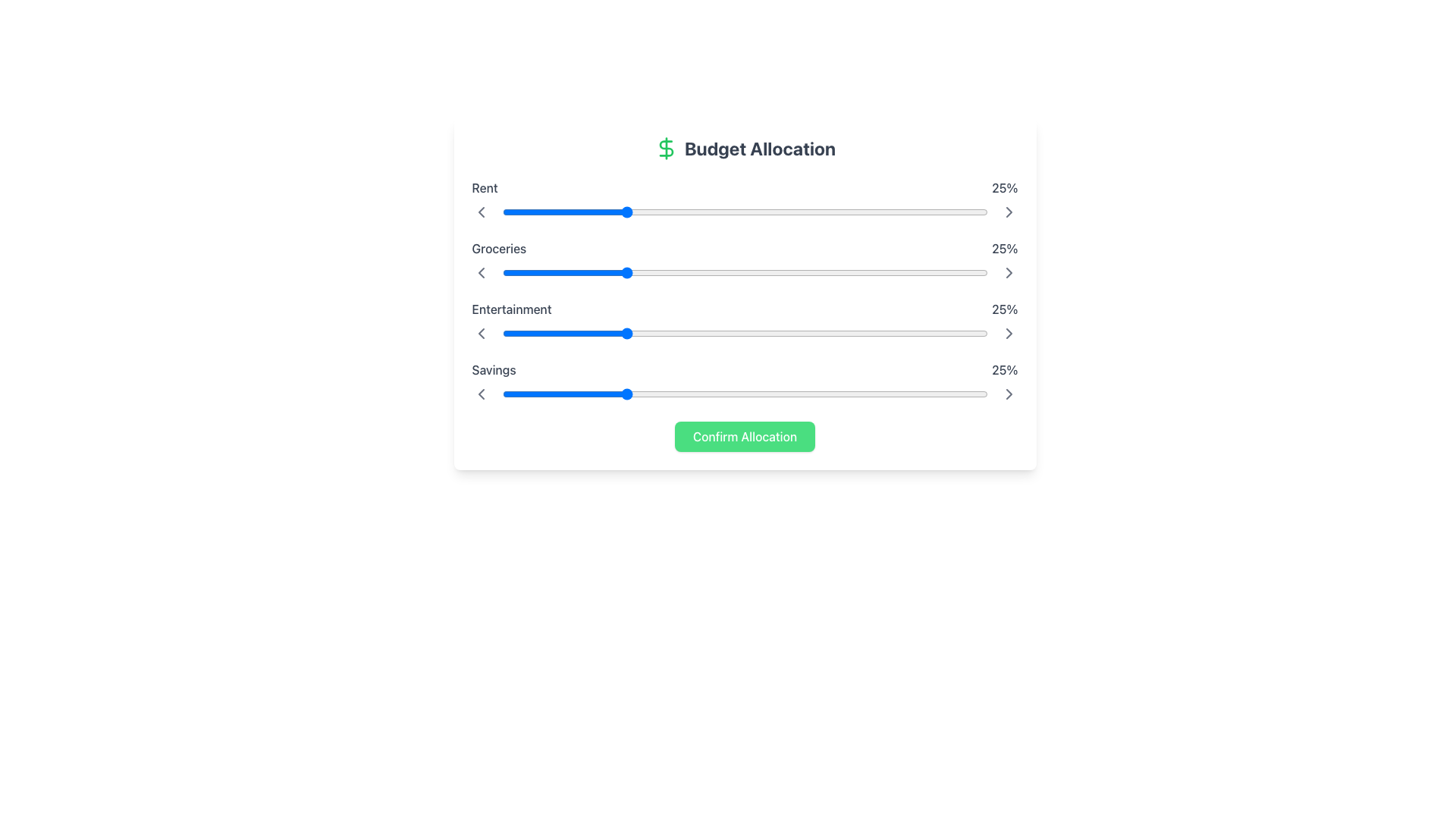 This screenshot has width=1456, height=819. What do you see at coordinates (749, 332) in the screenshot?
I see `the slider value` at bounding box center [749, 332].